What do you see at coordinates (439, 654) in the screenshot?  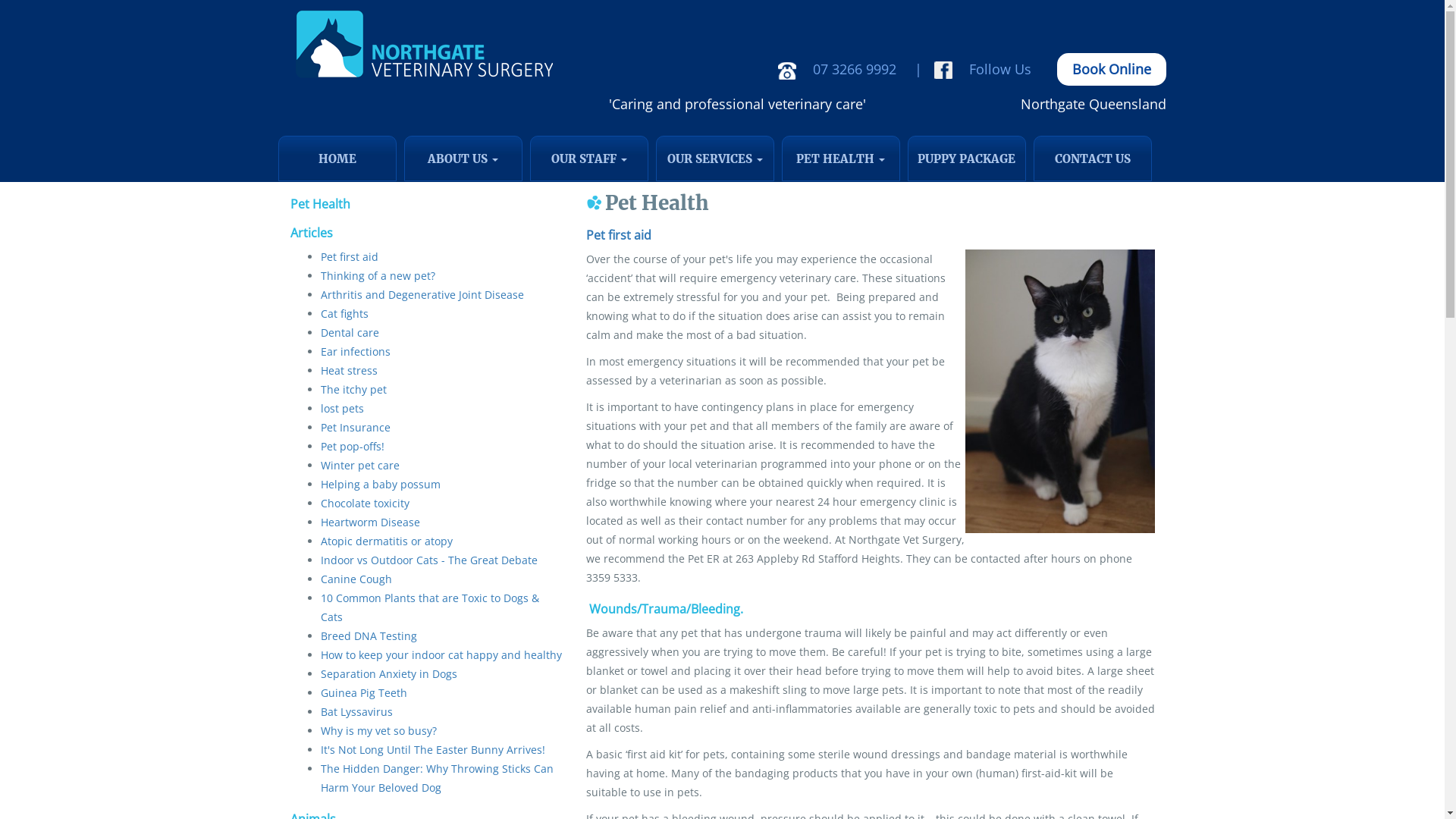 I see `'How to keep your indoor cat happy and healthy'` at bounding box center [439, 654].